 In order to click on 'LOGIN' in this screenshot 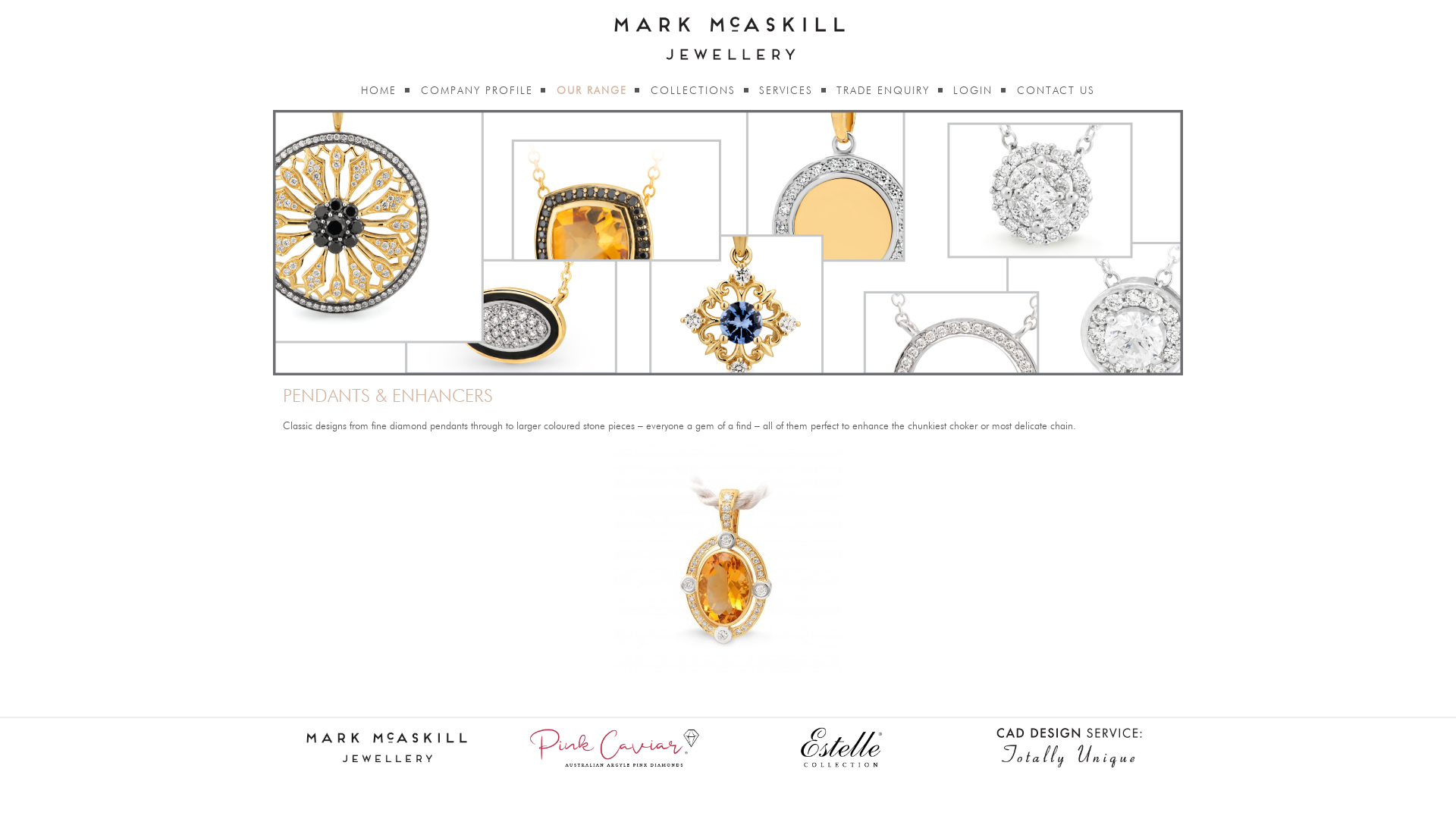, I will do `click(972, 90)`.